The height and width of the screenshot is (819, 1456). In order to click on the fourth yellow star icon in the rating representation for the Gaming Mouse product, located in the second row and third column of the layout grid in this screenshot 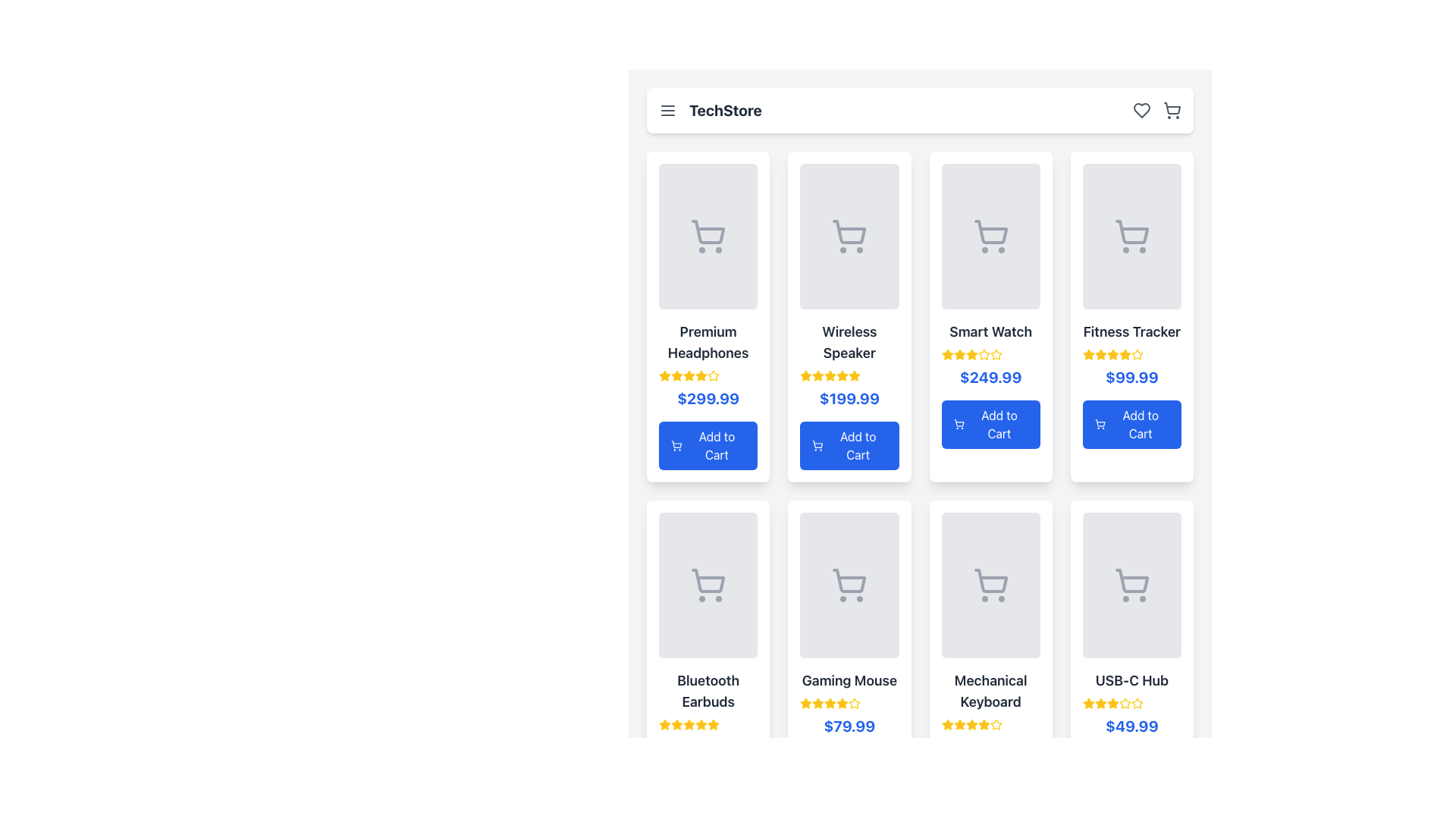, I will do `click(855, 703)`.